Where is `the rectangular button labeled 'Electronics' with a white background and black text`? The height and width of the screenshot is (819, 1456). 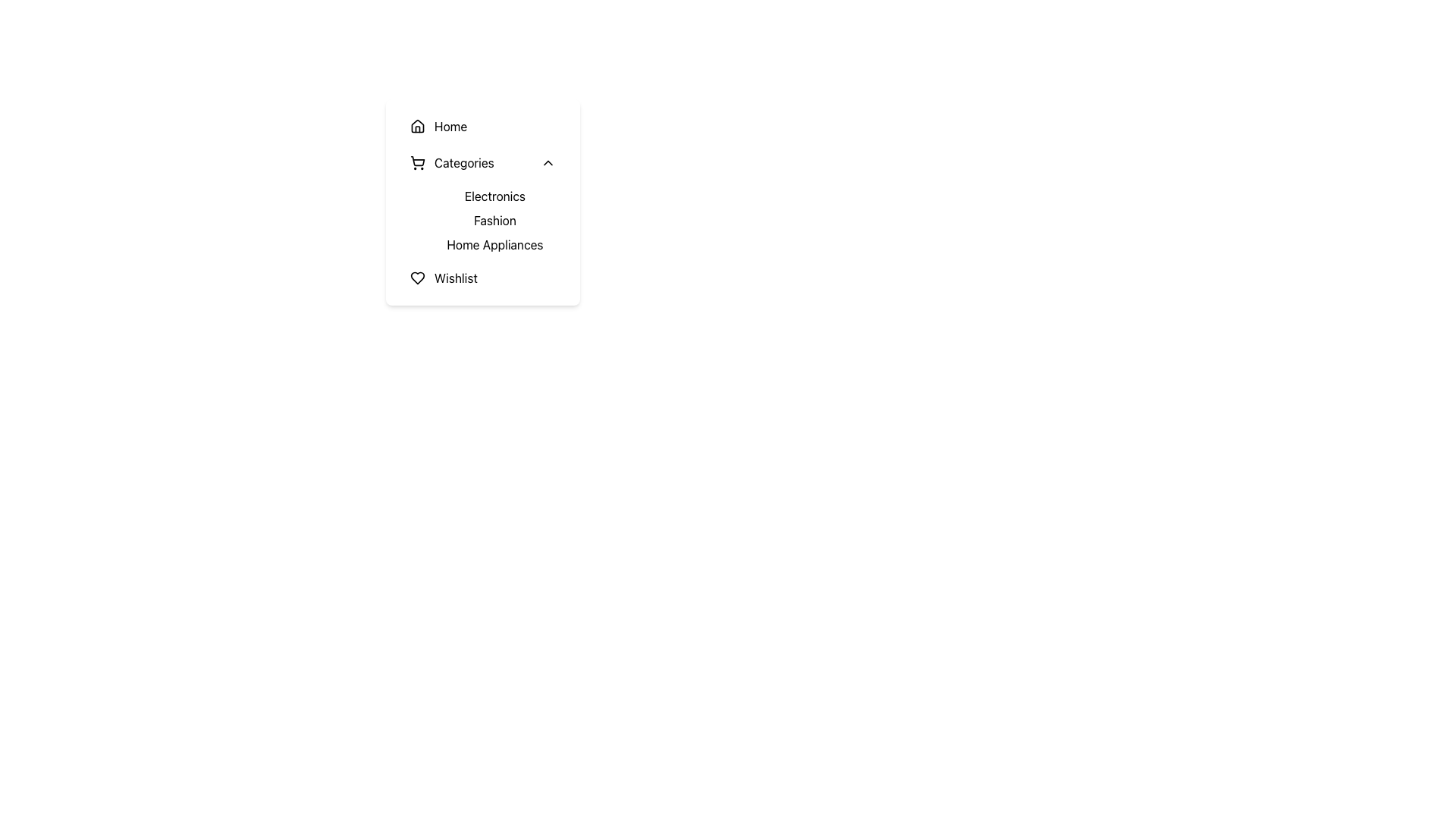 the rectangular button labeled 'Electronics' with a white background and black text is located at coordinates (494, 195).